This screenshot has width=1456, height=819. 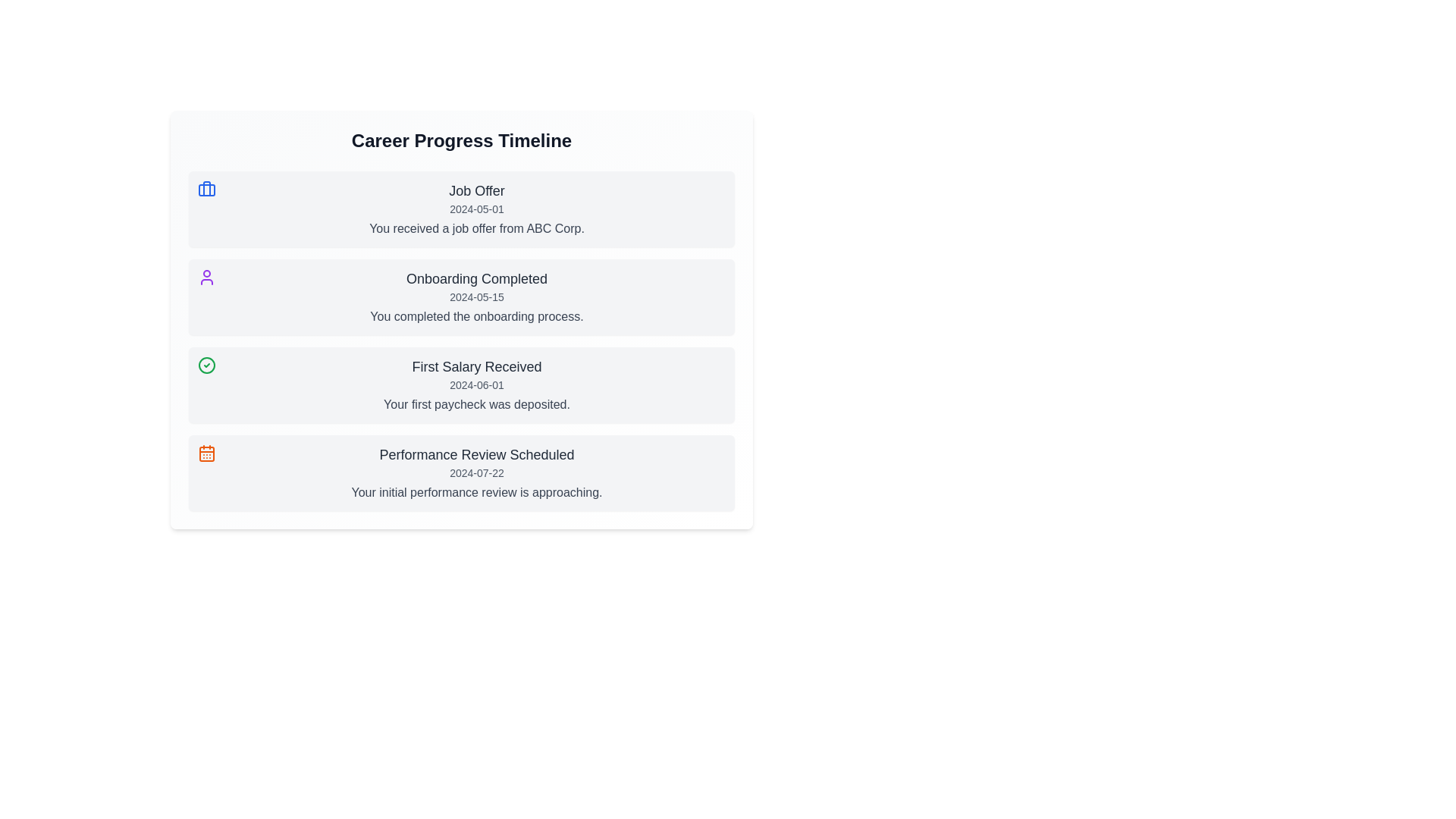 What do you see at coordinates (475, 454) in the screenshot?
I see `the text label displaying 'Performance Review Scheduled', which is located in the central content area of the interface in the fourth row of the timeline section` at bounding box center [475, 454].